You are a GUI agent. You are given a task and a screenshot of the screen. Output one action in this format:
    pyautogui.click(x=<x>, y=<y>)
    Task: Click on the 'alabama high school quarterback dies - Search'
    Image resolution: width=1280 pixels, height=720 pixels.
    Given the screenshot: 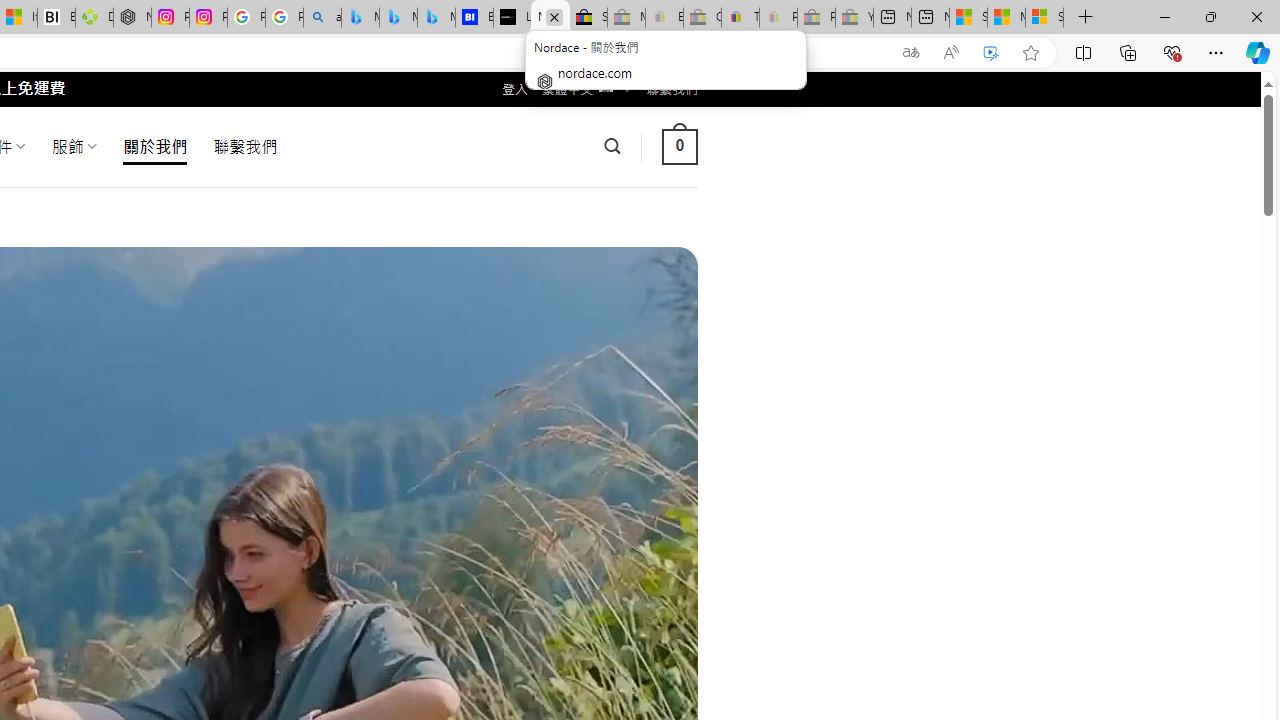 What is the action you would take?
    pyautogui.click(x=321, y=17)
    